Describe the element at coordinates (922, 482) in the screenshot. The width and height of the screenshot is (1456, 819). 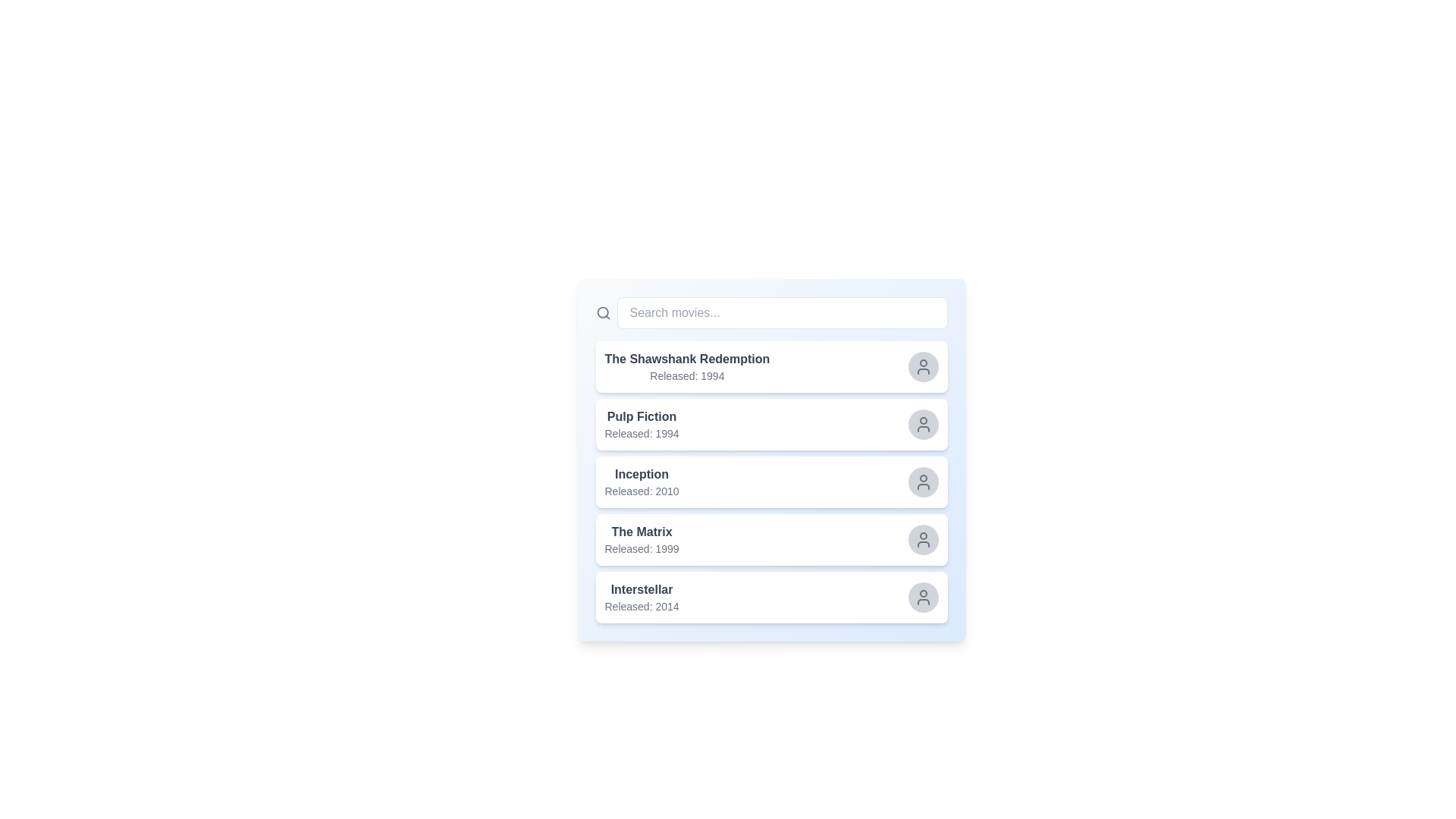
I see `the user icon located to the far right of the 'Inception Released: 2010' row` at that location.